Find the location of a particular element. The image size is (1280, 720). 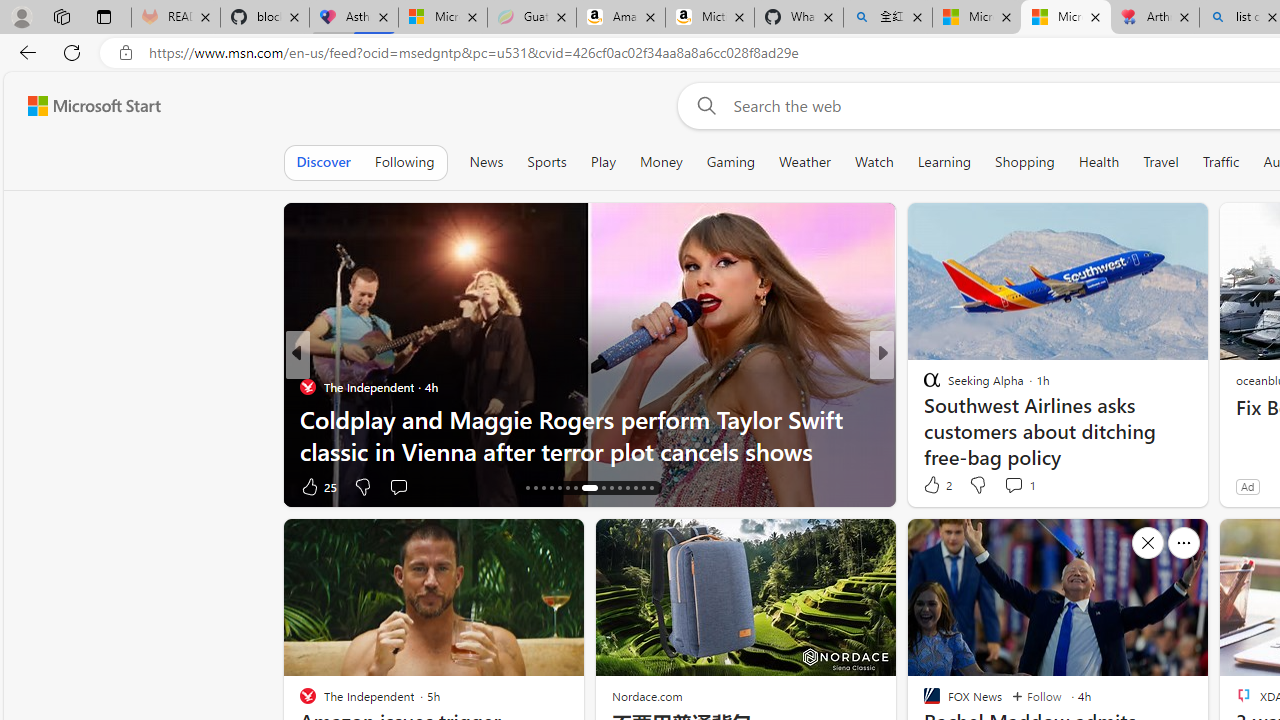

'Weather' is located at coordinates (805, 161).